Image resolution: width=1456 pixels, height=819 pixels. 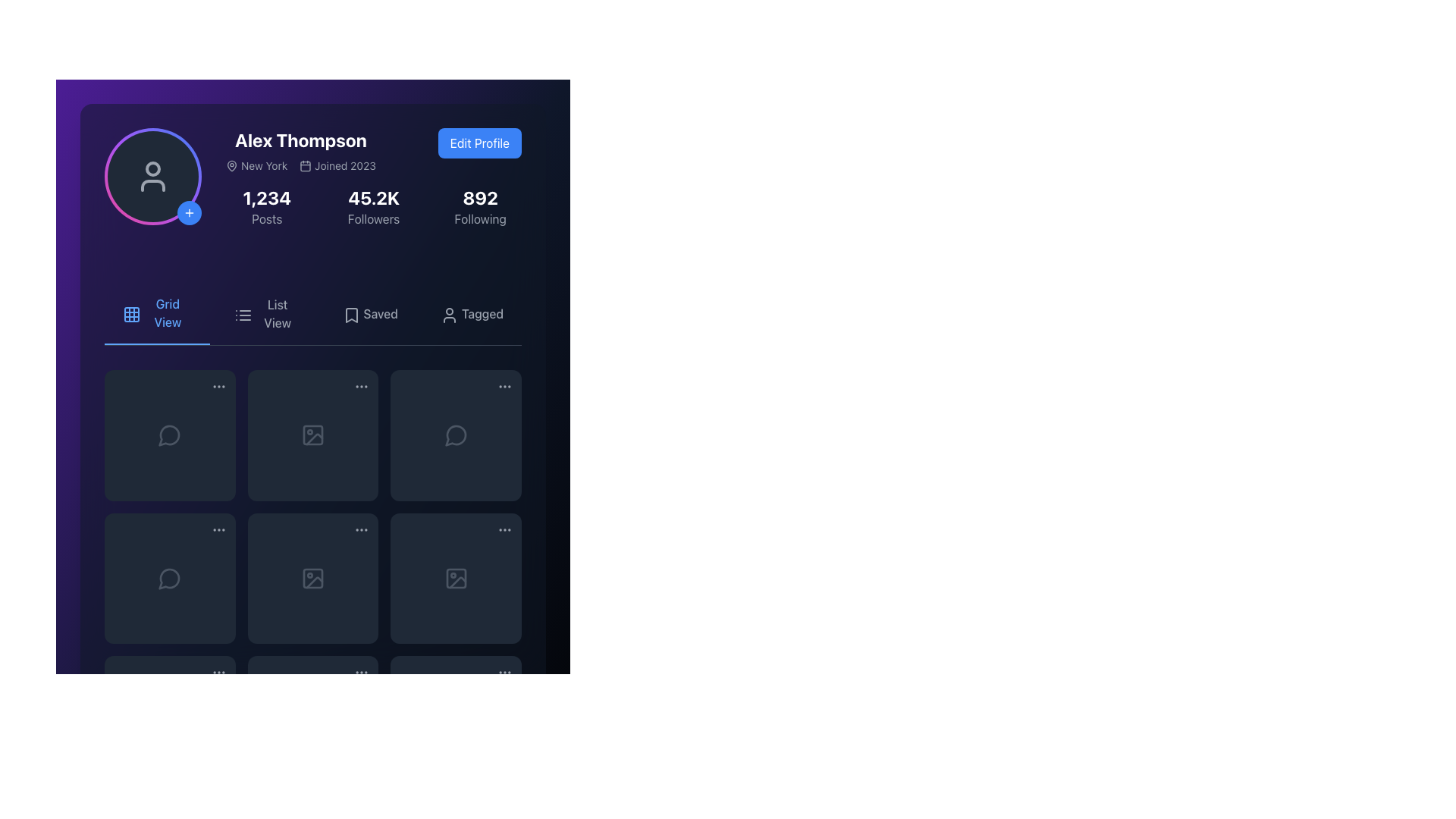 What do you see at coordinates (170, 579) in the screenshot?
I see `the circular speech bubble icon located in the second row, first column of the grid` at bounding box center [170, 579].